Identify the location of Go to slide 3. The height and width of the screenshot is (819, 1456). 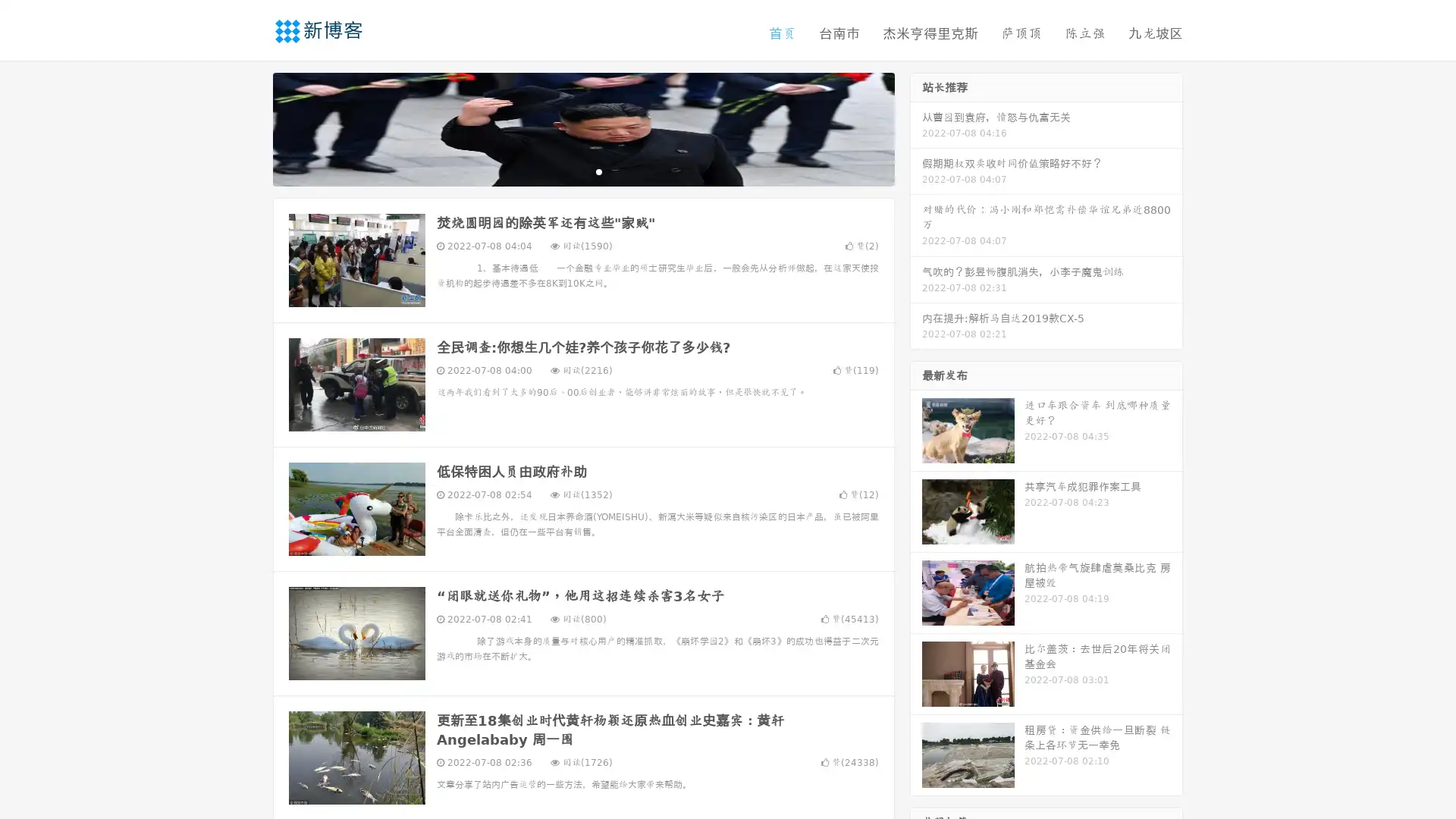
(598, 171).